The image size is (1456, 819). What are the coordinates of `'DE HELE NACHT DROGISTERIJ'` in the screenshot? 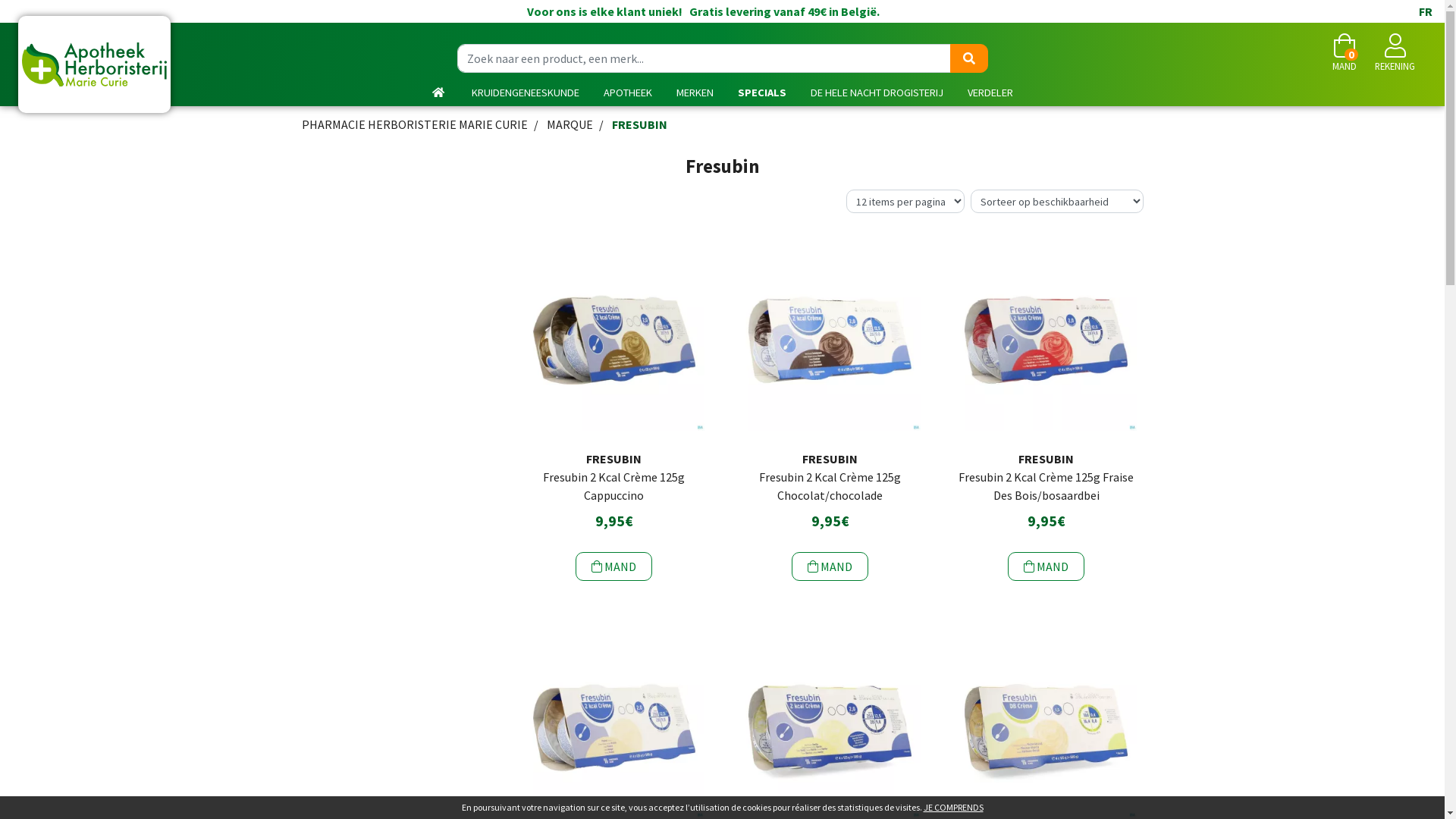 It's located at (876, 93).